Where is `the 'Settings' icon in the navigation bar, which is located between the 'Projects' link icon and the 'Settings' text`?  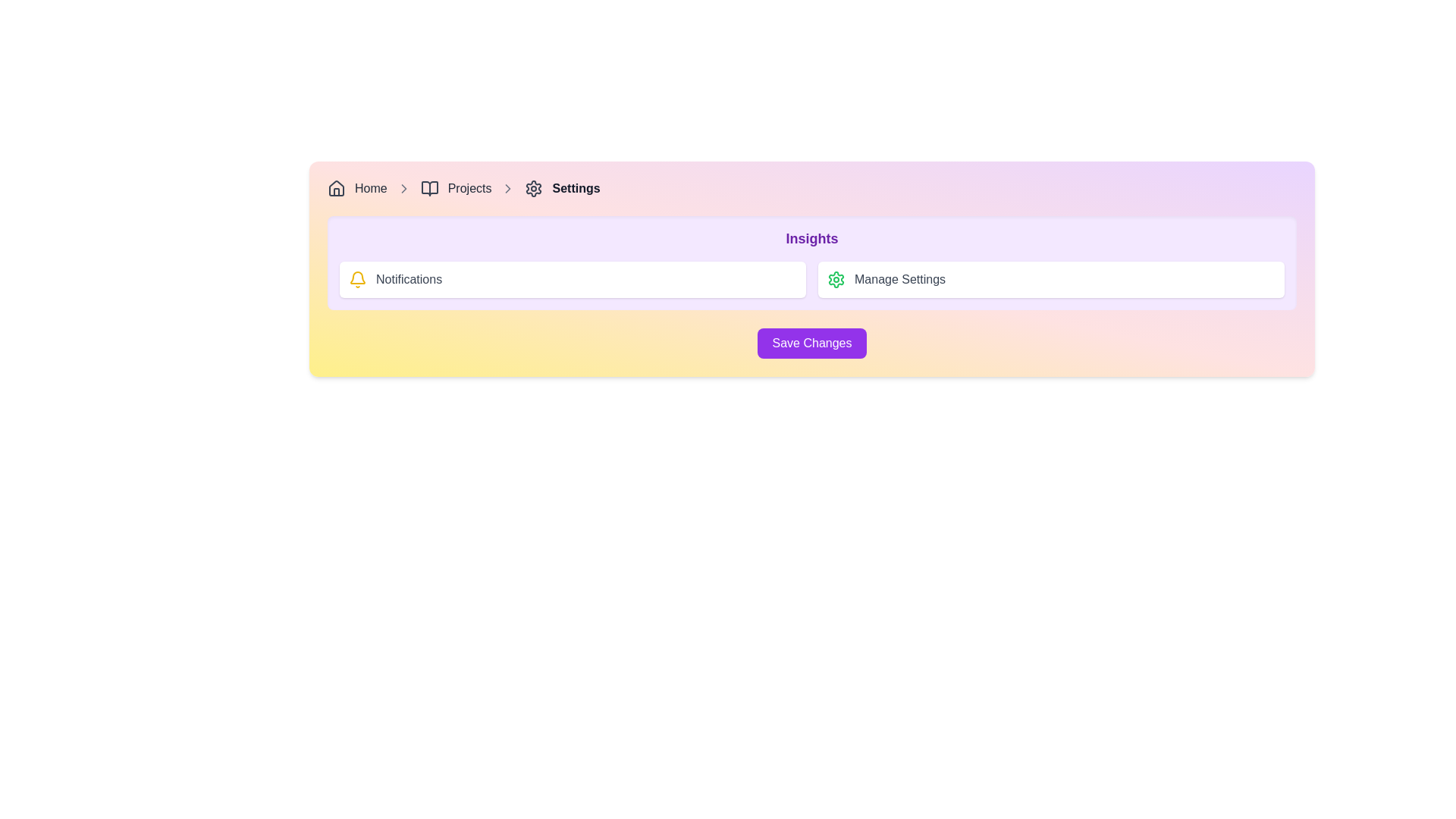 the 'Settings' icon in the navigation bar, which is located between the 'Projects' link icon and the 'Settings' text is located at coordinates (534, 188).